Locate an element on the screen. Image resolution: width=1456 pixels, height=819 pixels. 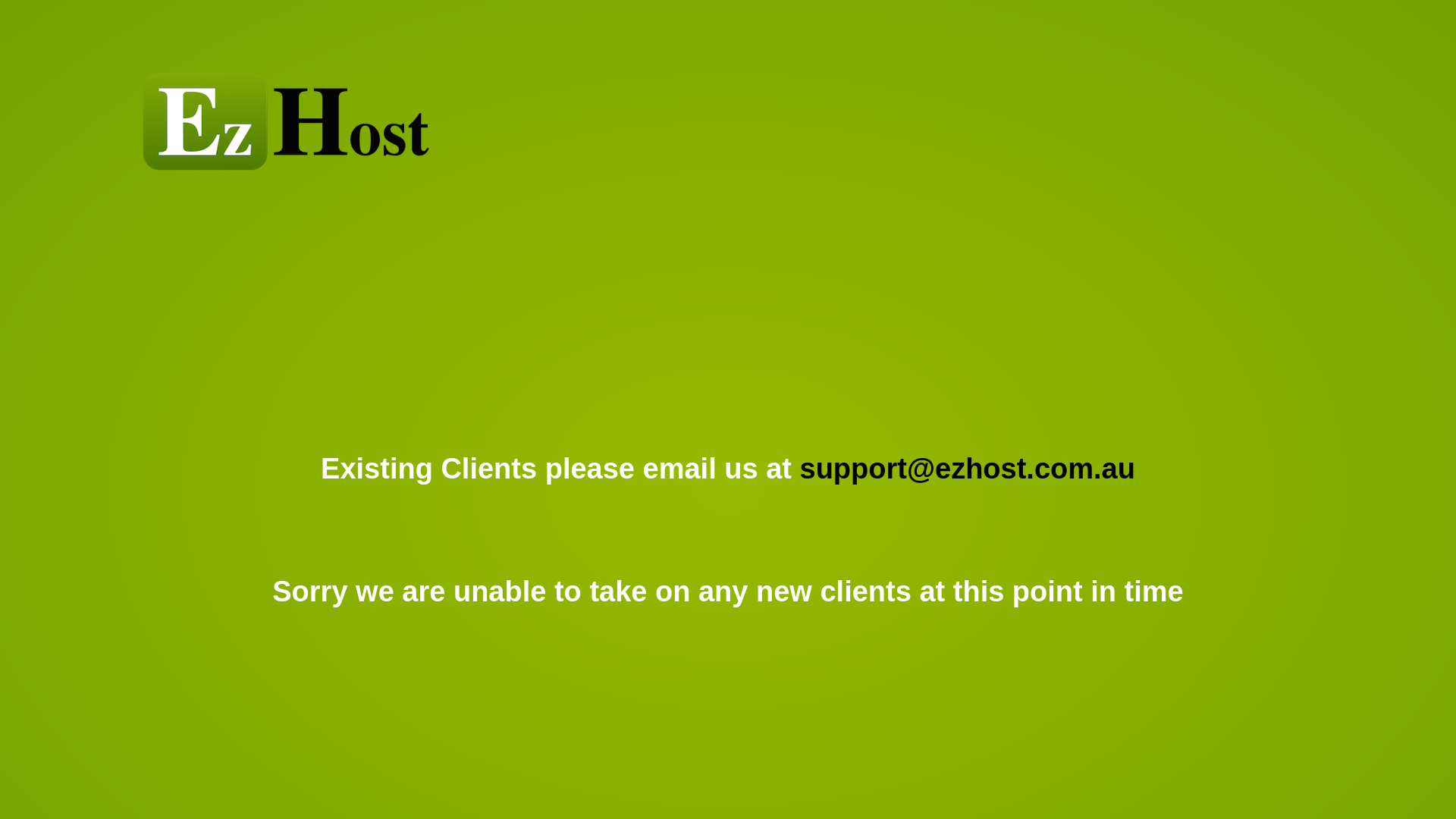
'support@ezhost.com.au' is located at coordinates (967, 467).